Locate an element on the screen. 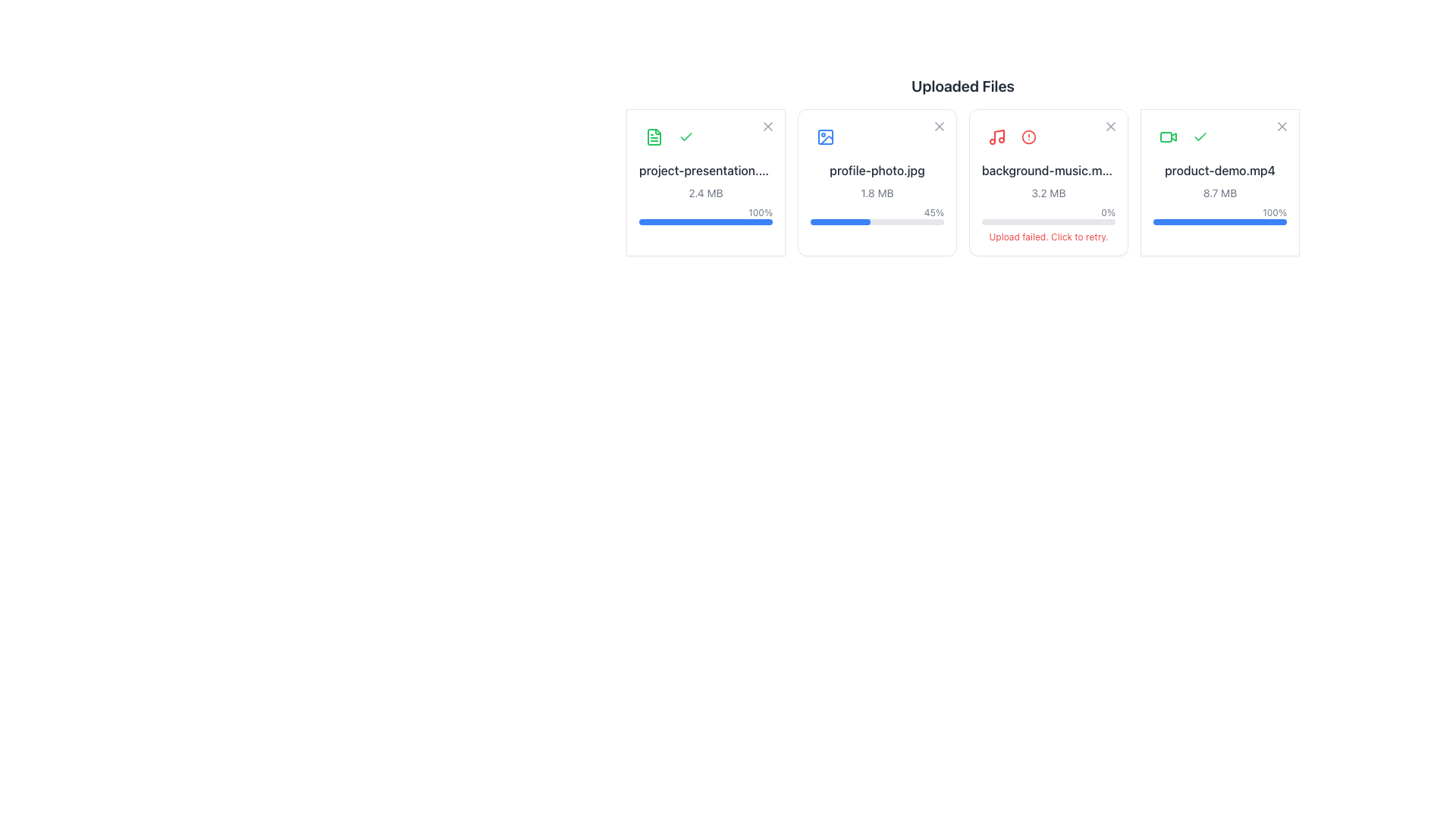 This screenshot has height=819, width=1456. the error message 'Upload failed. Click to retry.' located at the bottom of the card representing the uploaded file 'background-music.mp3' to reattempt the upload is located at coordinates (1047, 181).